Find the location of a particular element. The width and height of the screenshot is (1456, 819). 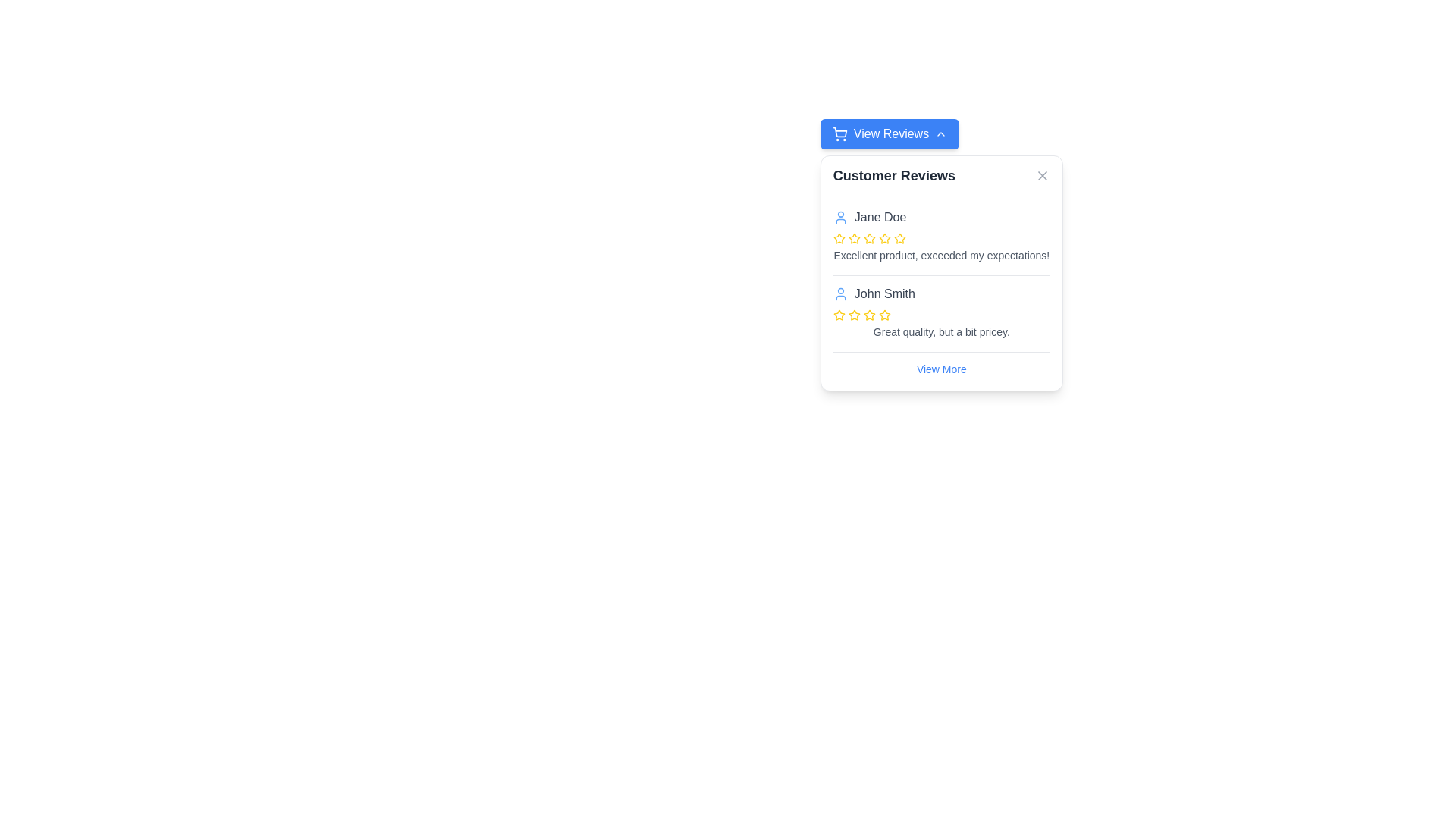

the static text label that reads 'Great quality, but a bit pricey.', which is positioned below the star rating and user name 'John Smith' in the reviews section is located at coordinates (940, 331).